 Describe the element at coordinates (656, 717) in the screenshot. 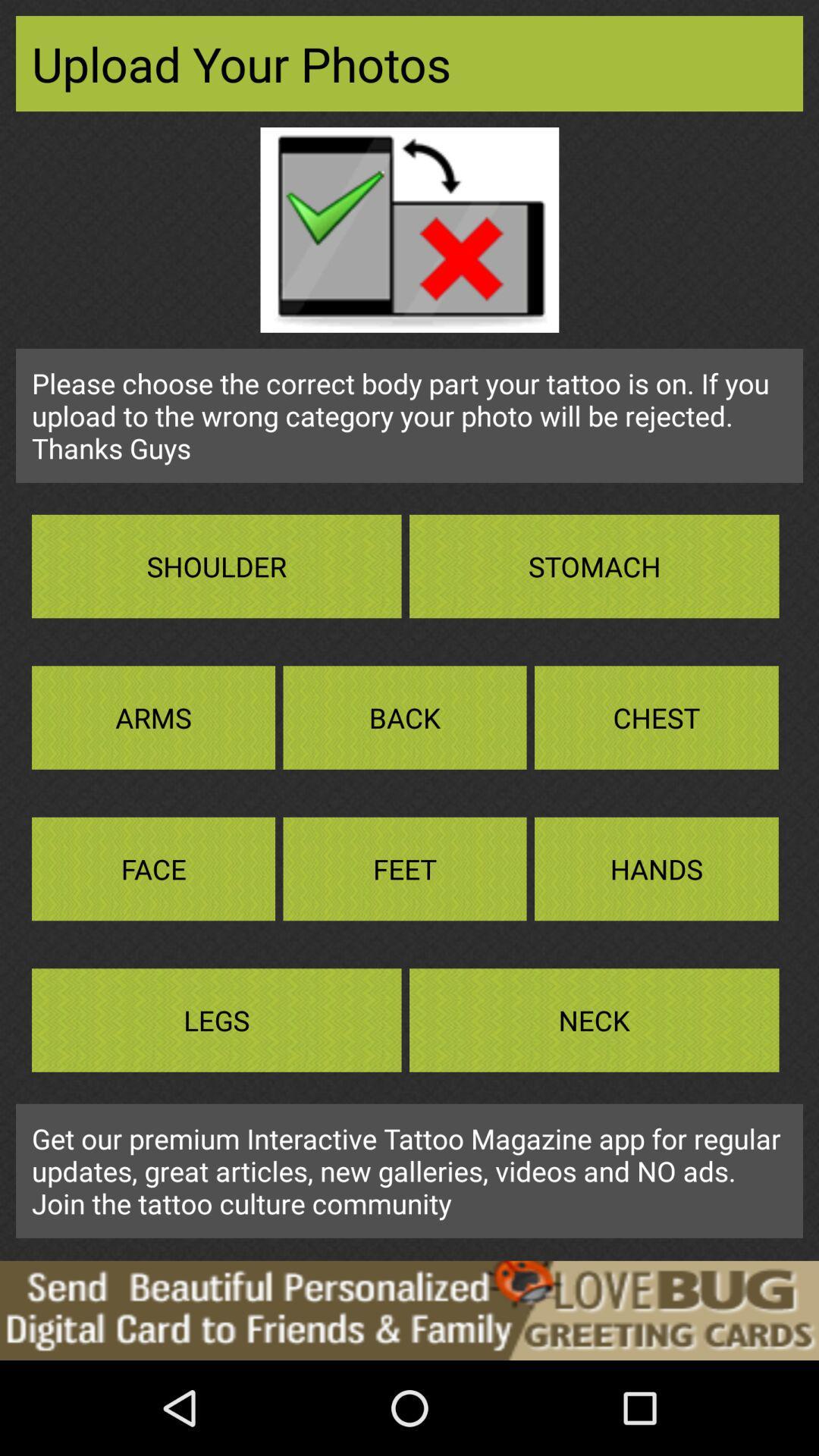

I see `button above hands` at that location.